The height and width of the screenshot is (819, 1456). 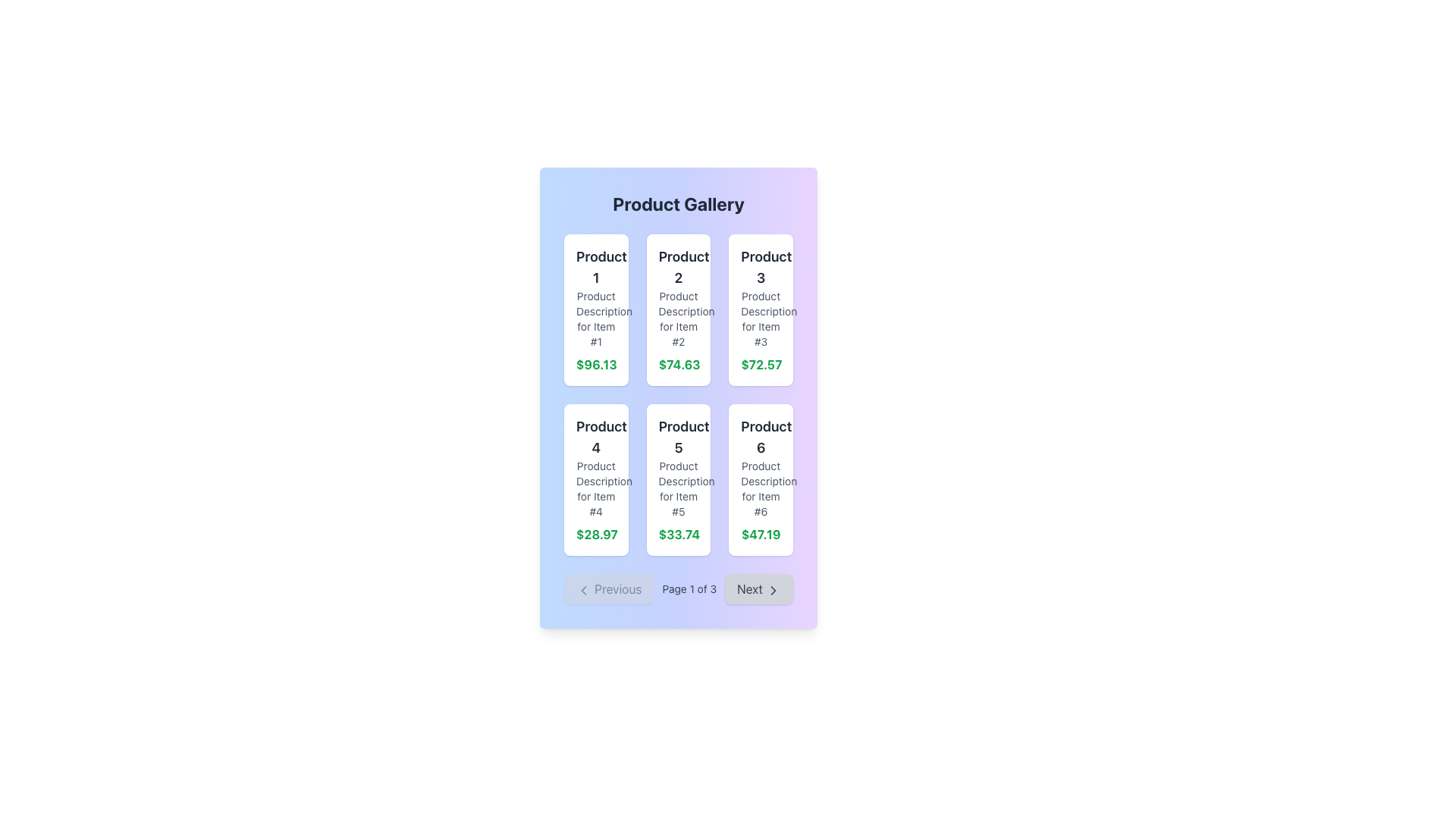 What do you see at coordinates (773, 589) in the screenshot?
I see `the chevron icon located at the bottom-right area of the 'Next' button` at bounding box center [773, 589].